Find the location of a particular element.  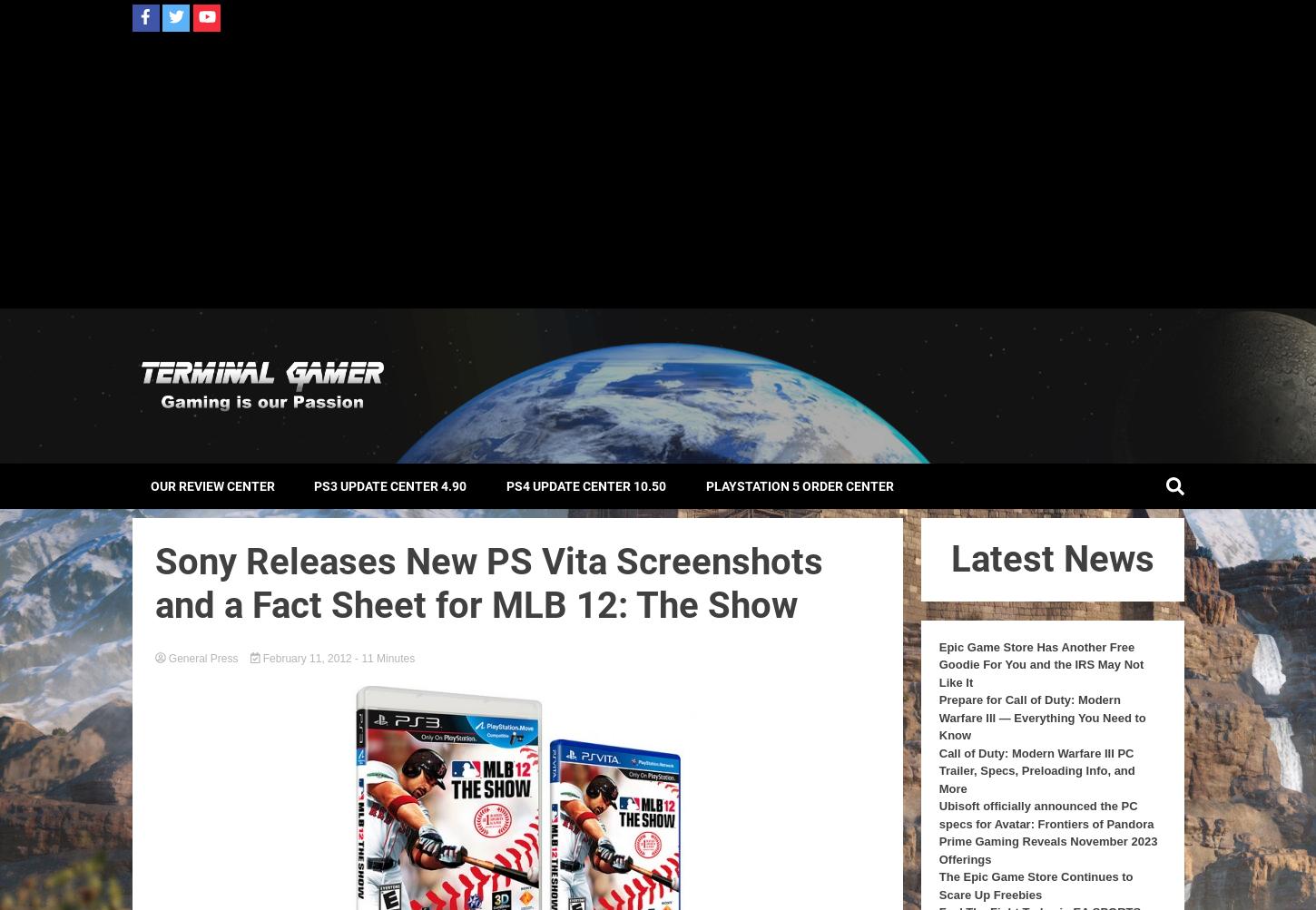

'Sony Releases New PS Vita Screenshots and a Fact Sheet for MLB 12: The Show' is located at coordinates (487, 582).